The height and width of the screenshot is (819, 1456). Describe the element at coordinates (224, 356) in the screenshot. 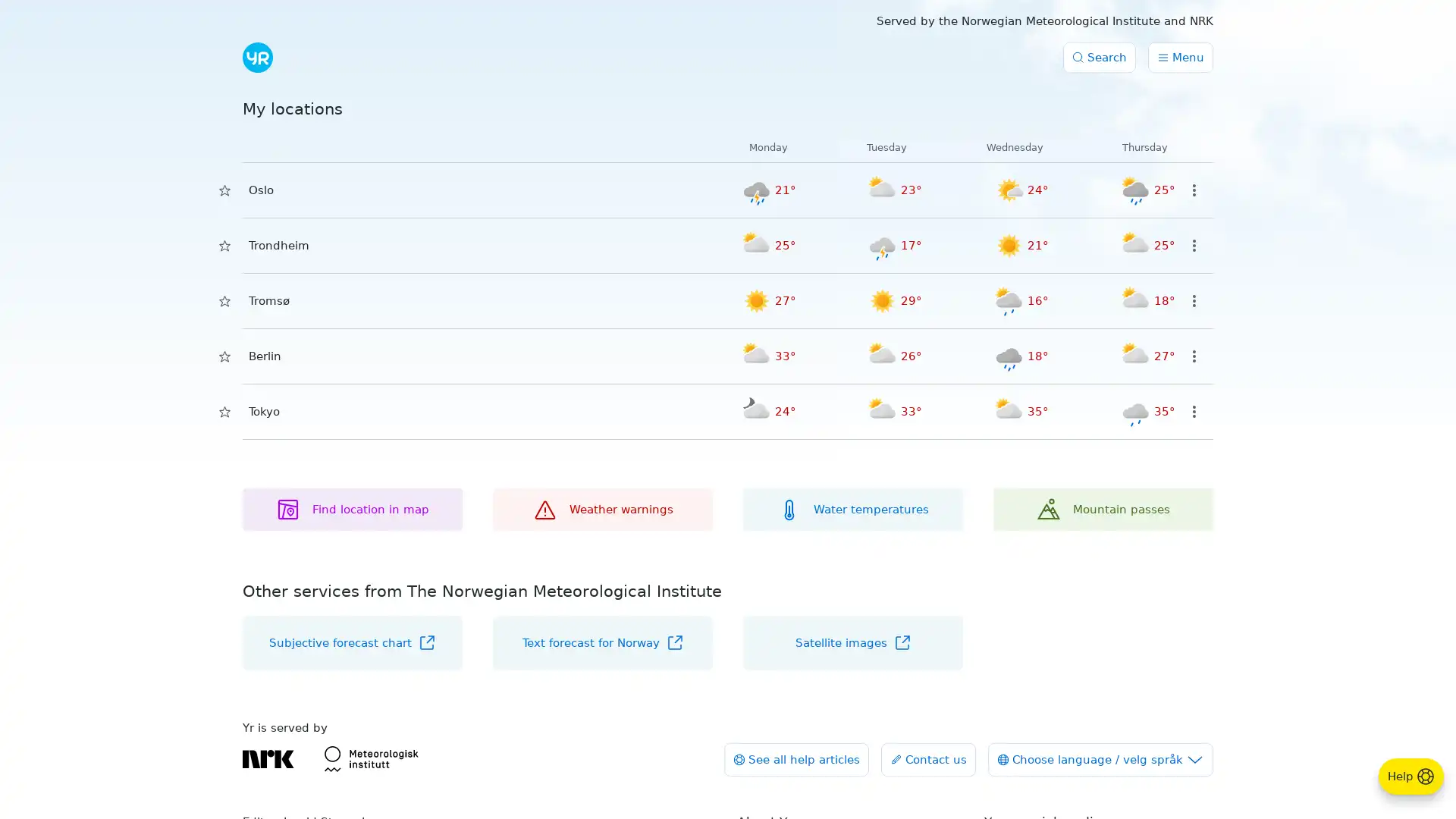

I see `Add to "My locations"` at that location.